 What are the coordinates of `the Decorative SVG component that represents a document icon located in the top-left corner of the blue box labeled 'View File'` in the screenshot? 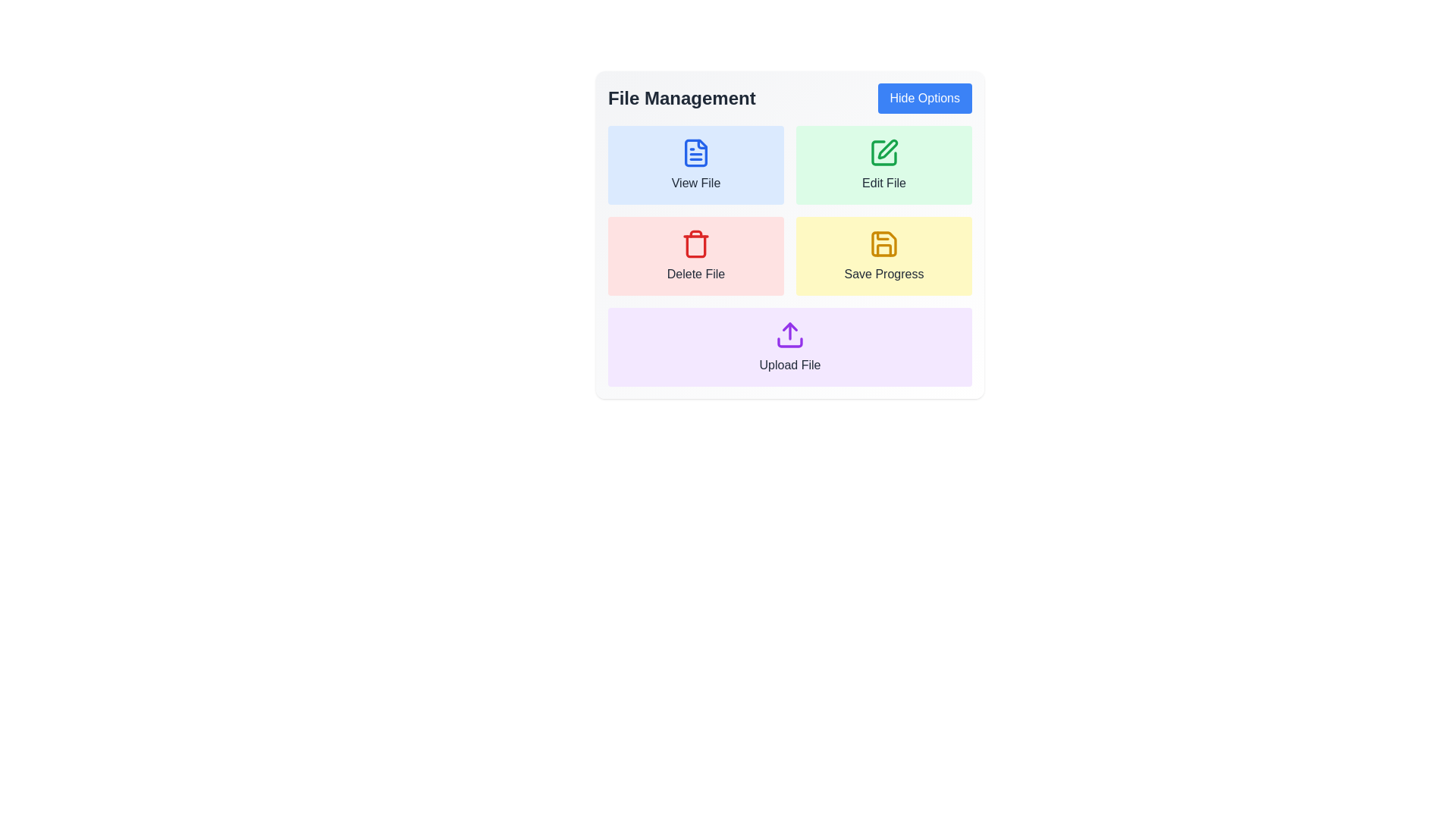 It's located at (701, 144).